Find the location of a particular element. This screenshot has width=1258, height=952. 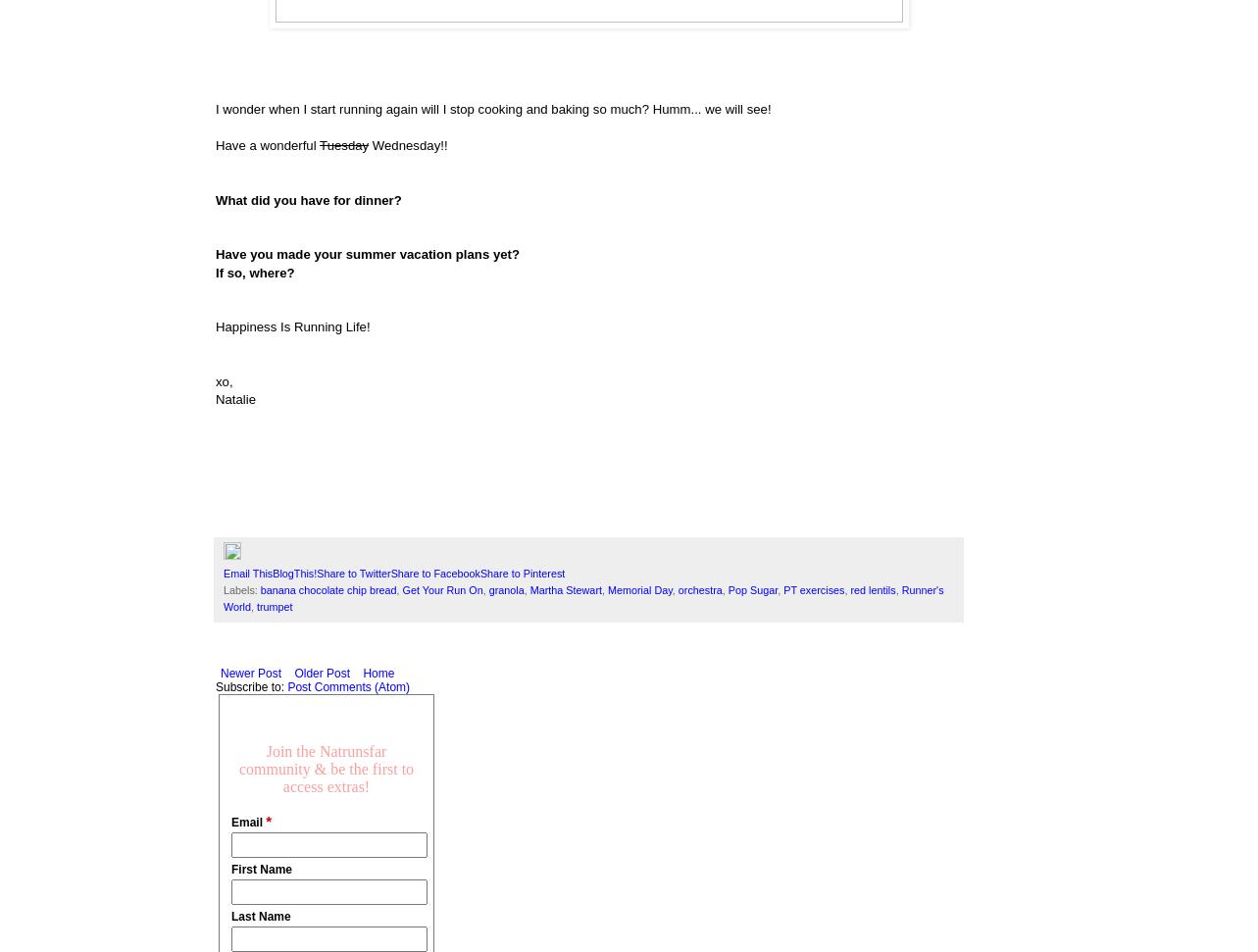

'Pop Sugar' is located at coordinates (751, 589).